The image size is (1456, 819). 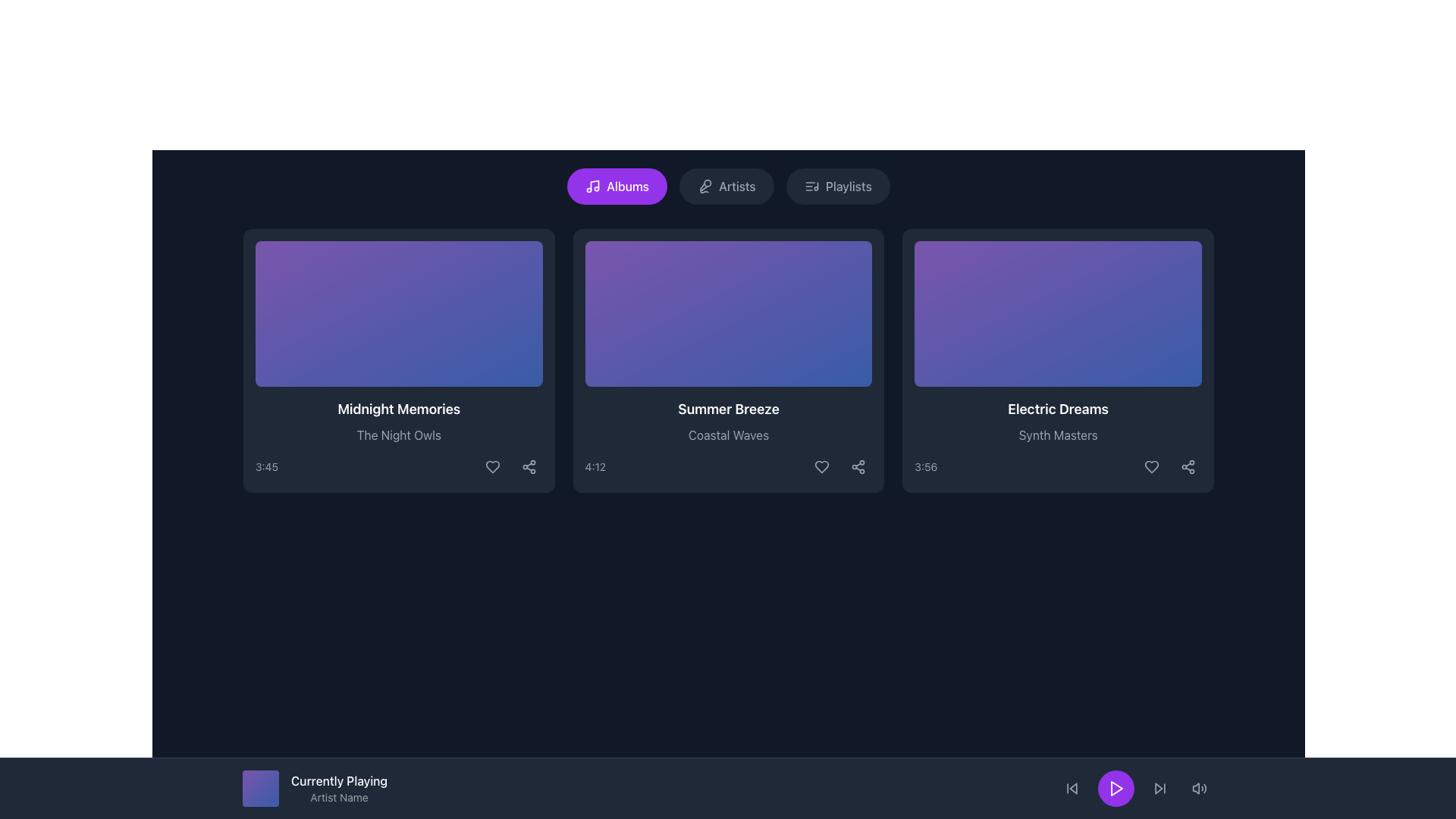 What do you see at coordinates (1057, 312) in the screenshot?
I see `the interactive overlay of the 'Electric Dreams' media item card, which is the third card in a horizontal grid, to play or preview the content` at bounding box center [1057, 312].